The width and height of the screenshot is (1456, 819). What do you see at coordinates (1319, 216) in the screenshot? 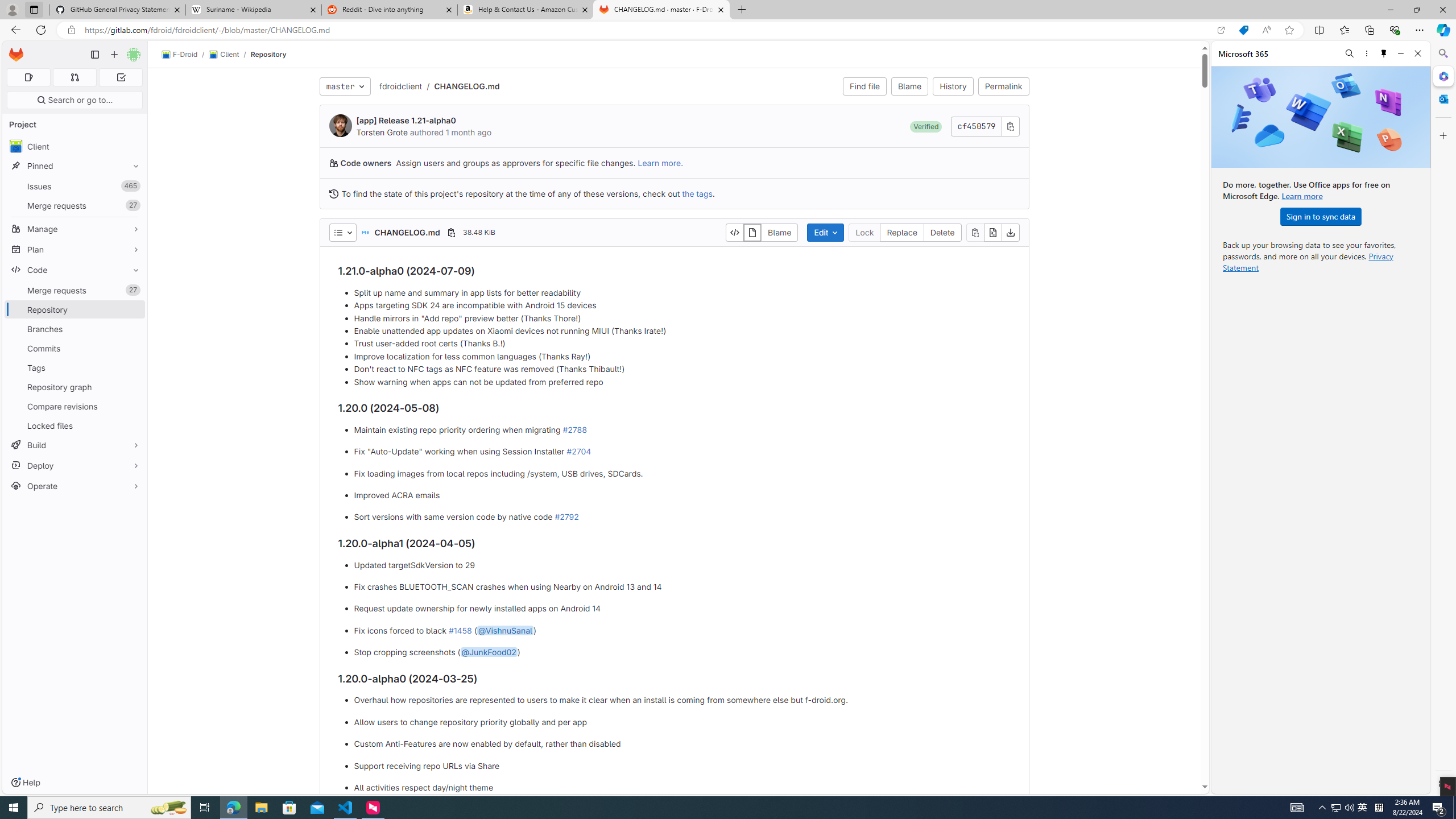
I see `'Sign in to sync data'` at bounding box center [1319, 216].